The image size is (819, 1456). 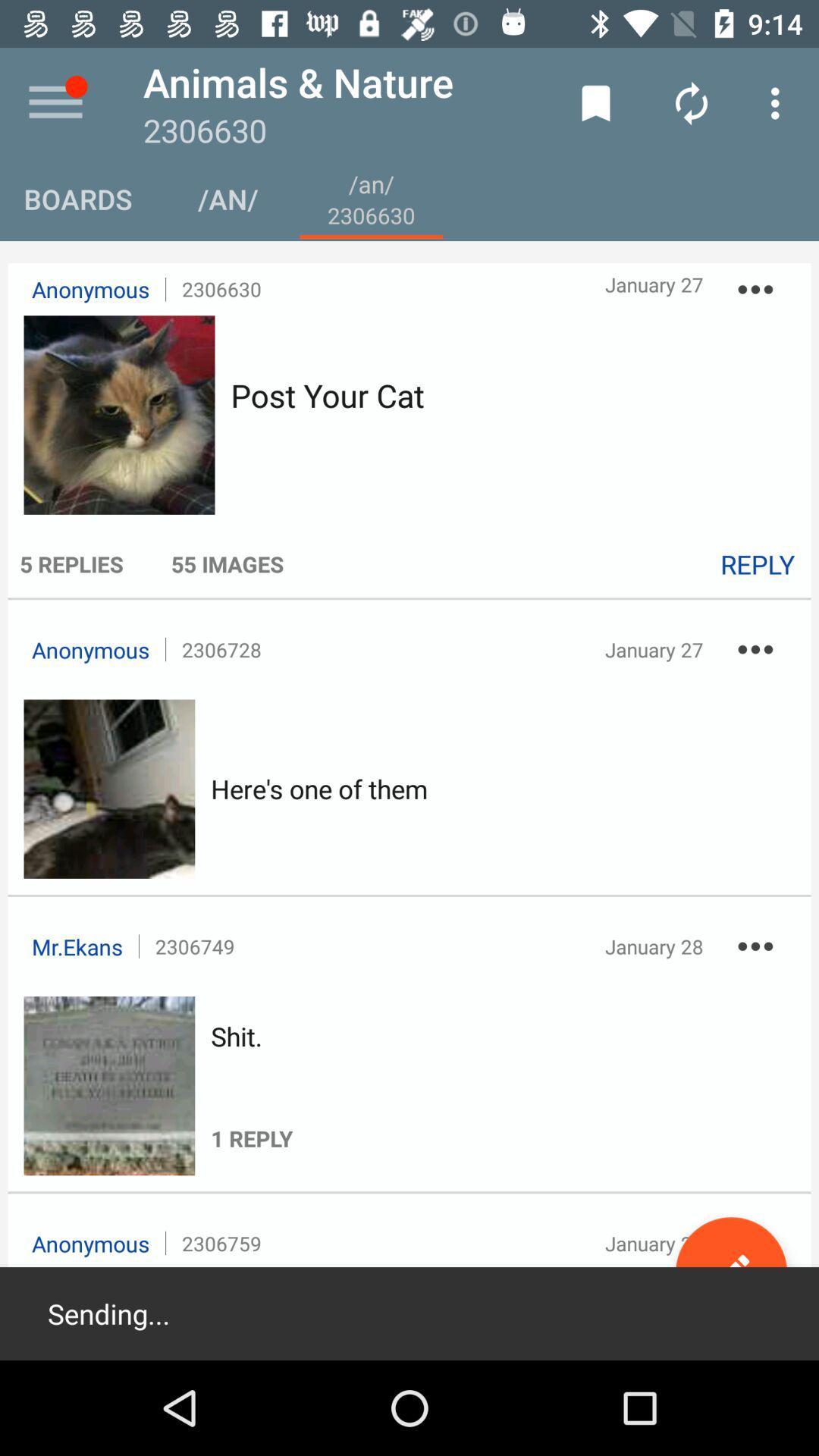 What do you see at coordinates (595, 102) in the screenshot?
I see `the item to the right of the animals & nature` at bounding box center [595, 102].